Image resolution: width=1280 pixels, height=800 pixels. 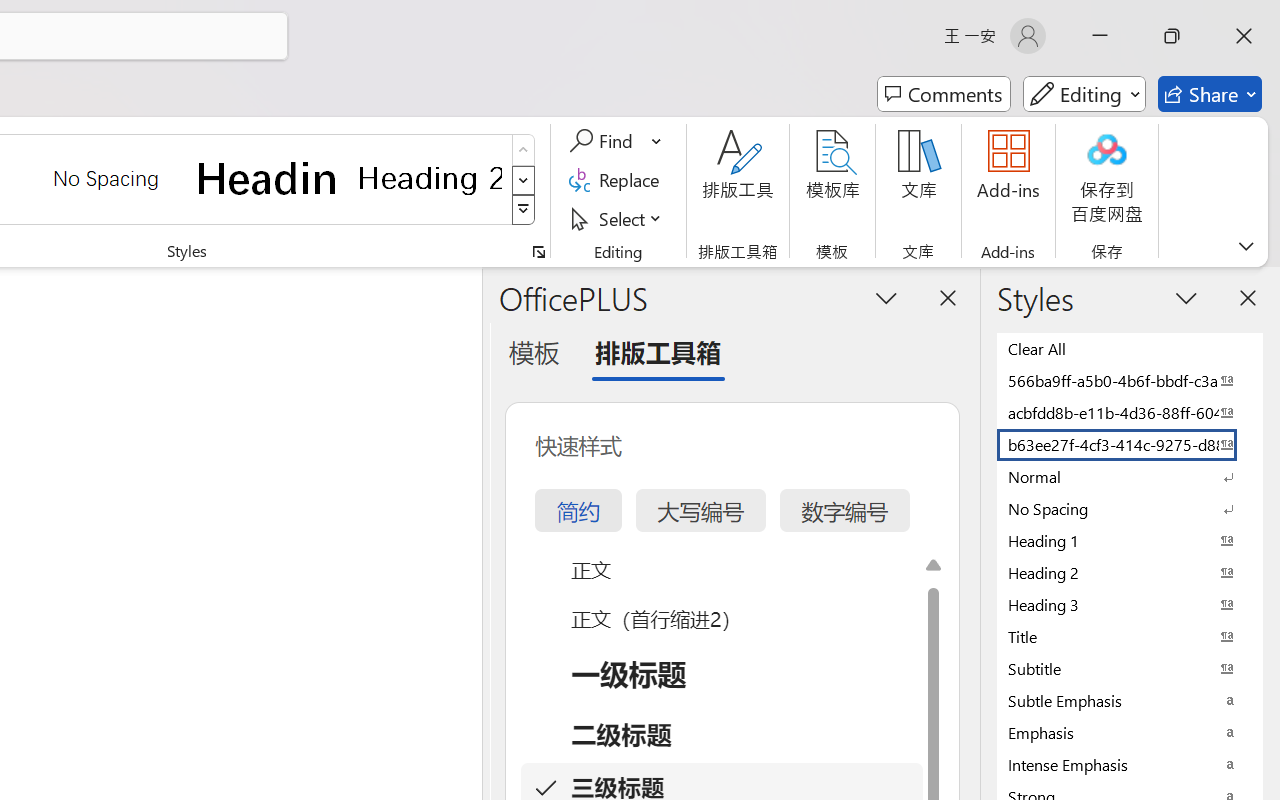 I want to click on 'acbfdd8b-e11b-4d36-88ff-6049b138f862', so click(x=1130, y=412).